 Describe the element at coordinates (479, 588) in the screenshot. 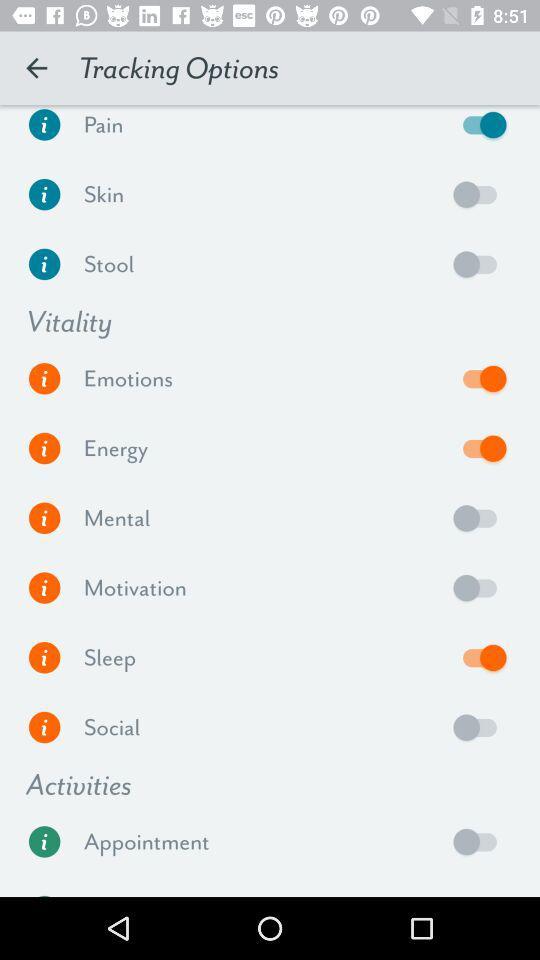

I see `the radio button represented the whether the element is enabled or disabled based user requirement` at that location.